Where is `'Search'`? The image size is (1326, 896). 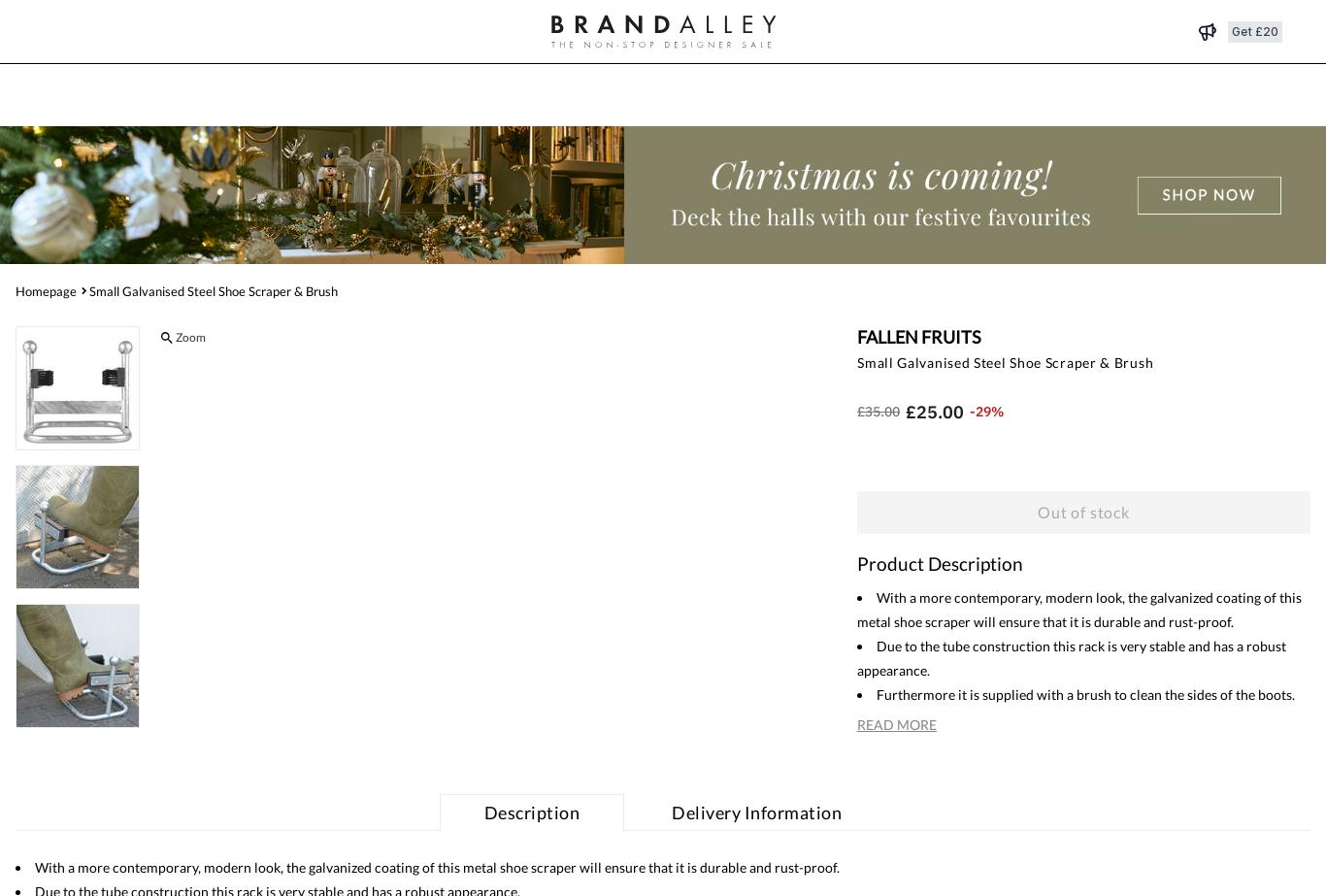 'Search' is located at coordinates (1016, 94).